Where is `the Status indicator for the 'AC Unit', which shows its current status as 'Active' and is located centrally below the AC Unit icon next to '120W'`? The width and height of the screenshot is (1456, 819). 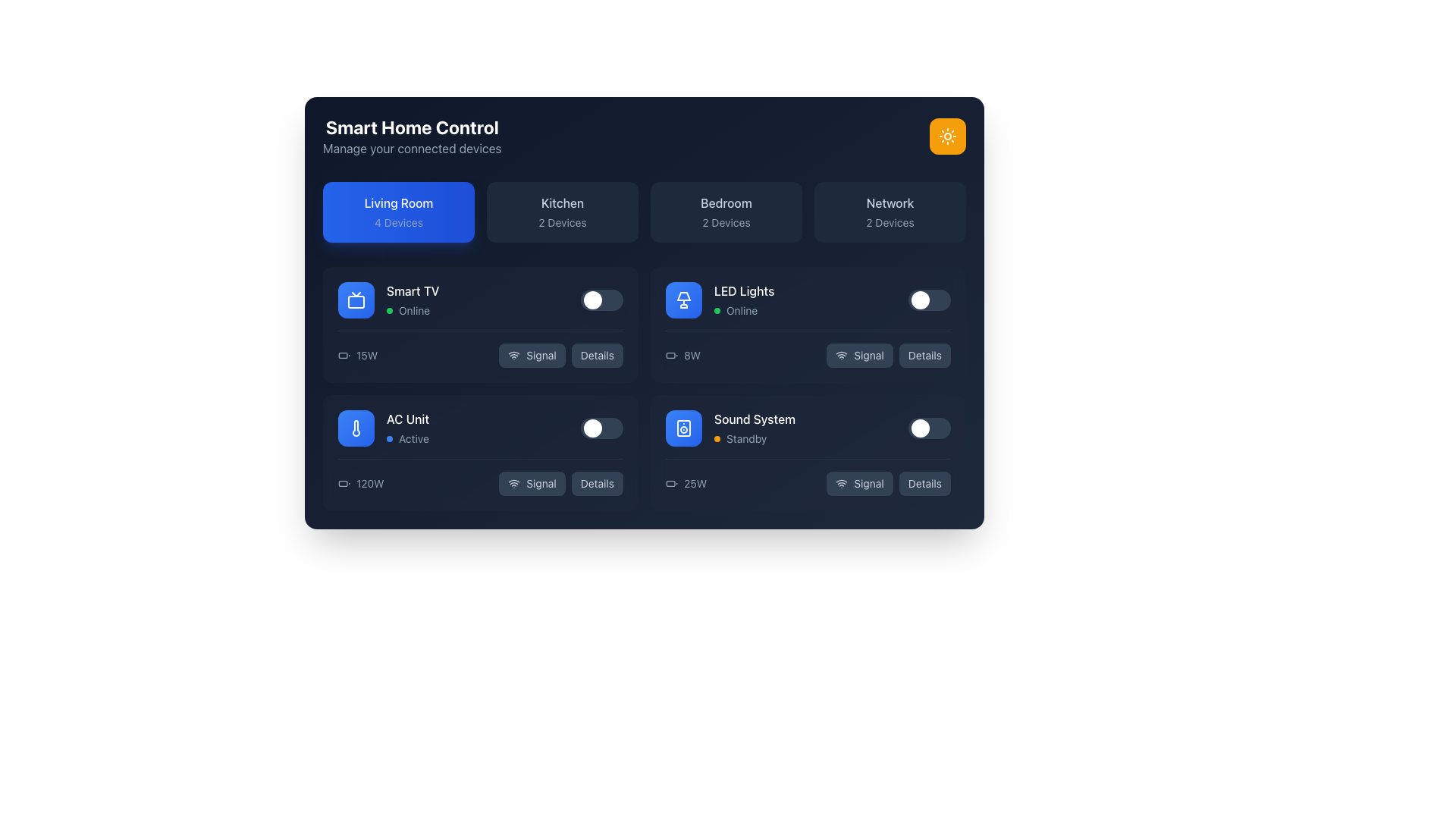 the Status indicator for the 'AC Unit', which shows its current status as 'Active' and is located centrally below the AC Unit icon next to '120W' is located at coordinates (407, 438).